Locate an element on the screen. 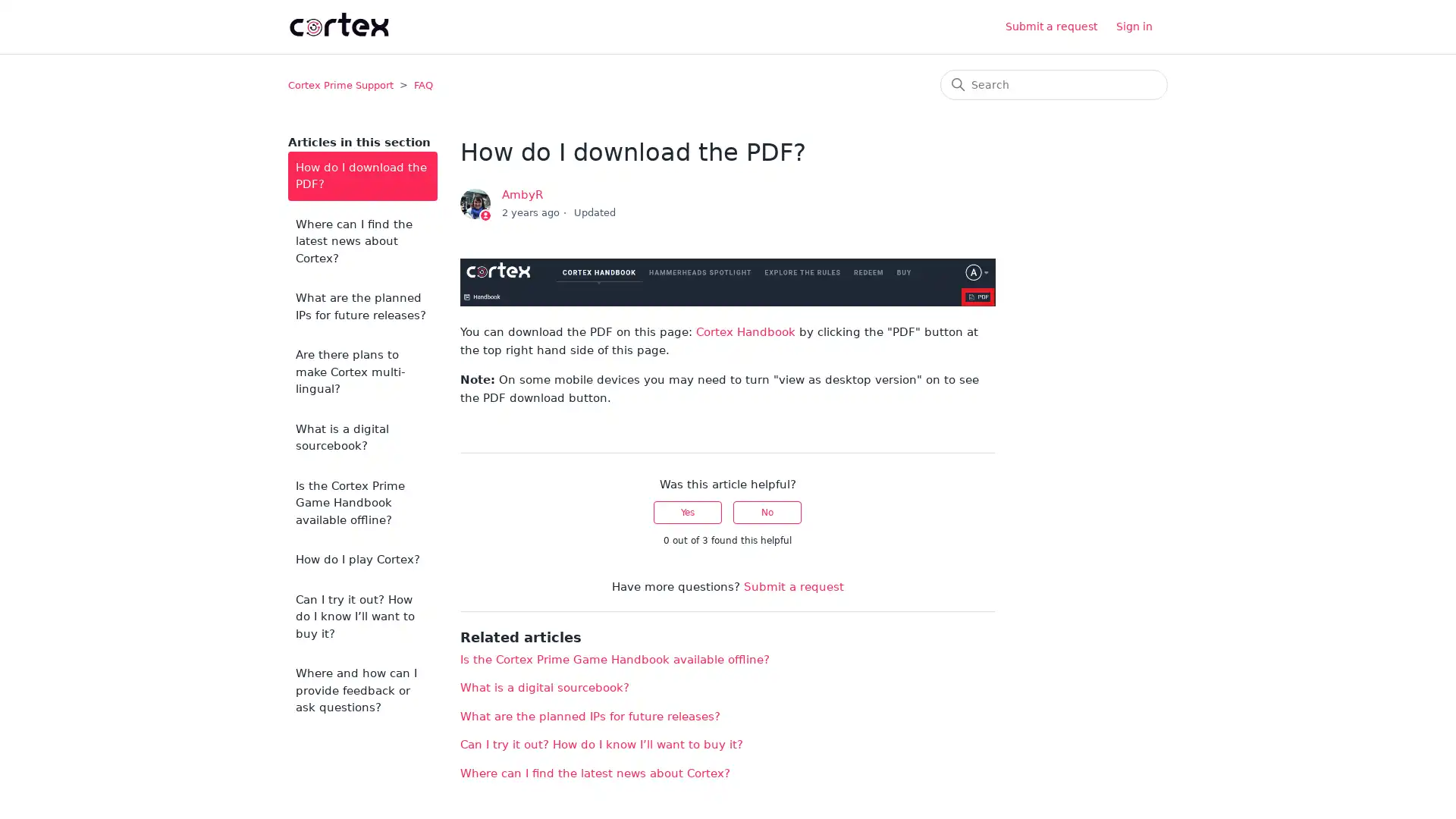 This screenshot has height=819, width=1456. Sign in is located at coordinates (1142, 27).